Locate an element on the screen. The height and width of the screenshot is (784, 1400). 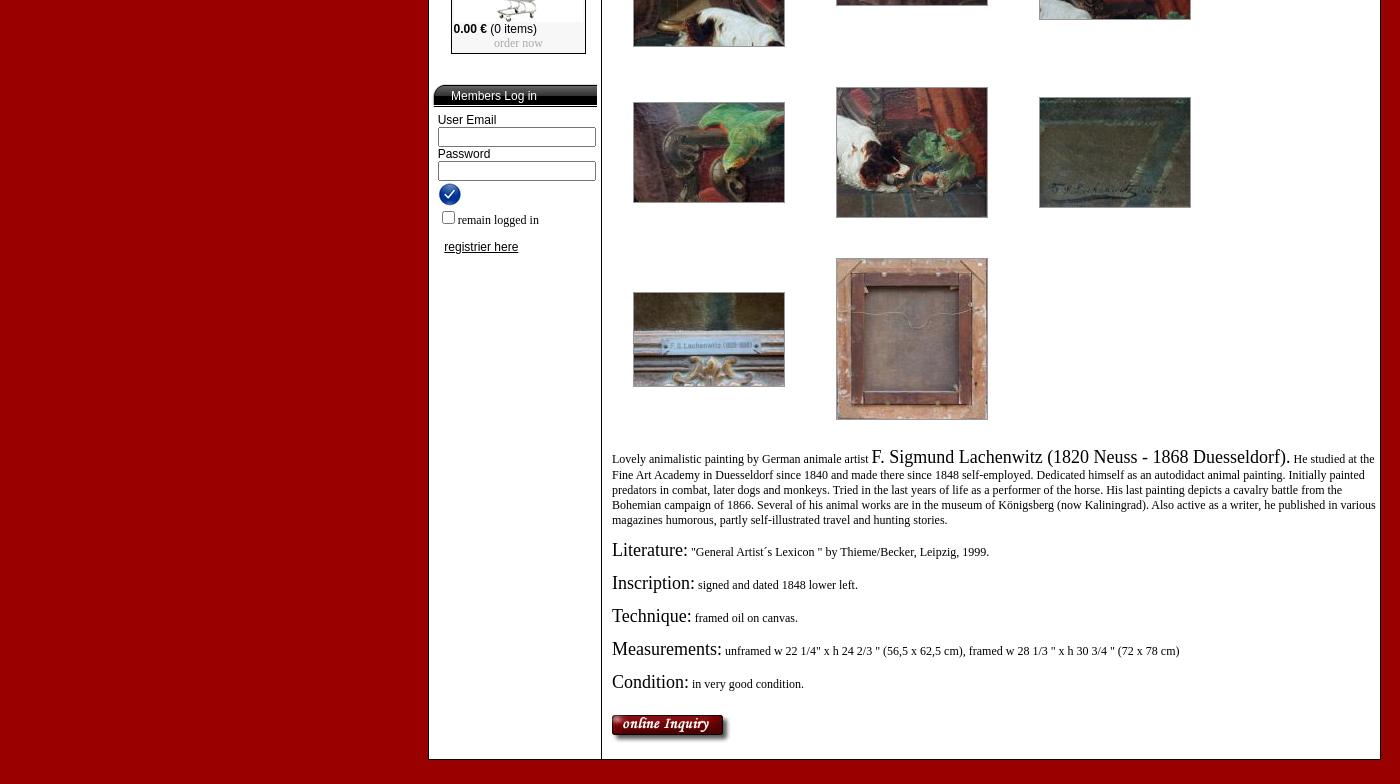
'0.00 €' is located at coordinates (469, 29).